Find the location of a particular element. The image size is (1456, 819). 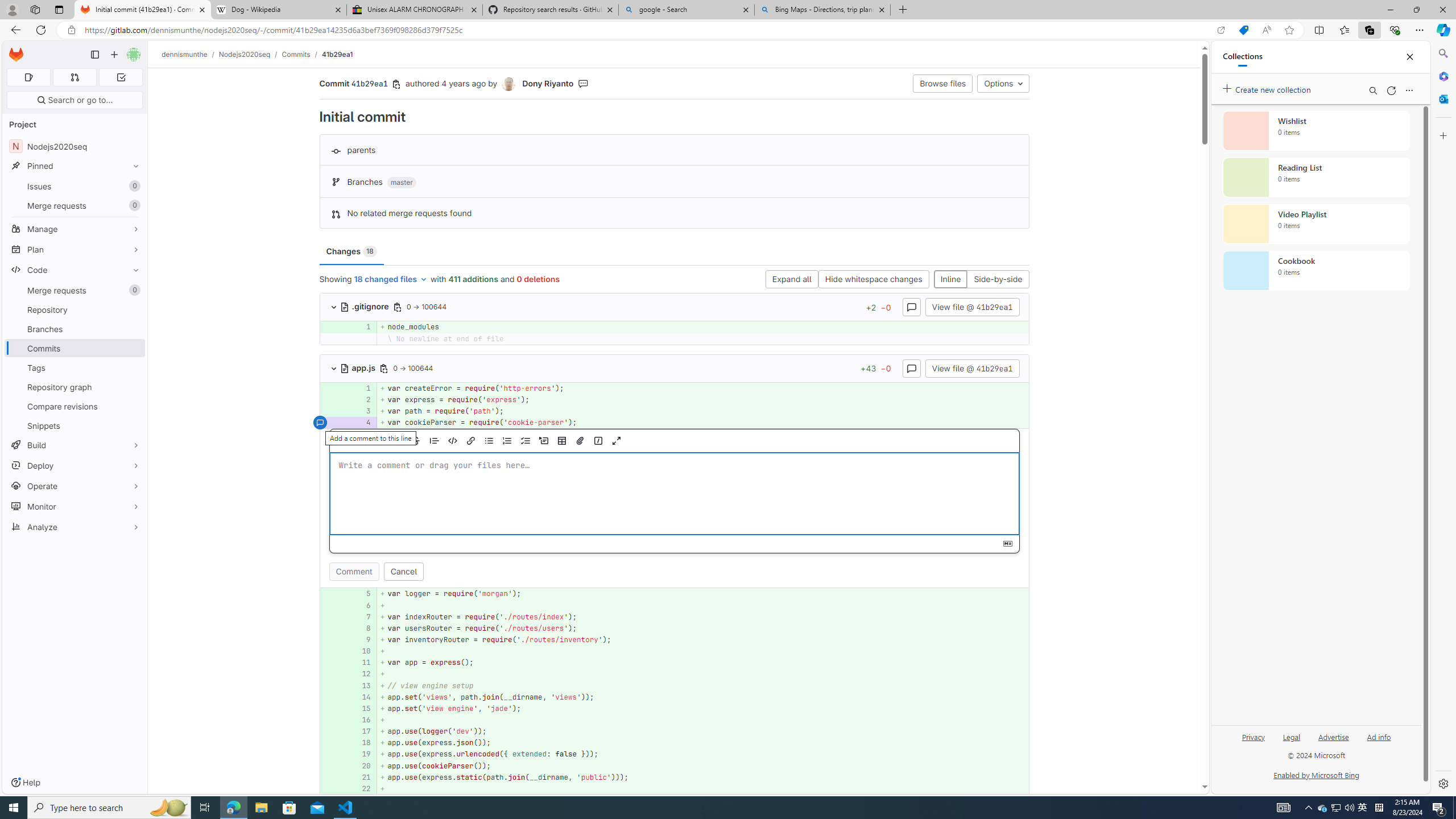

'N Nodejs2020seq' is located at coordinates (74, 146).